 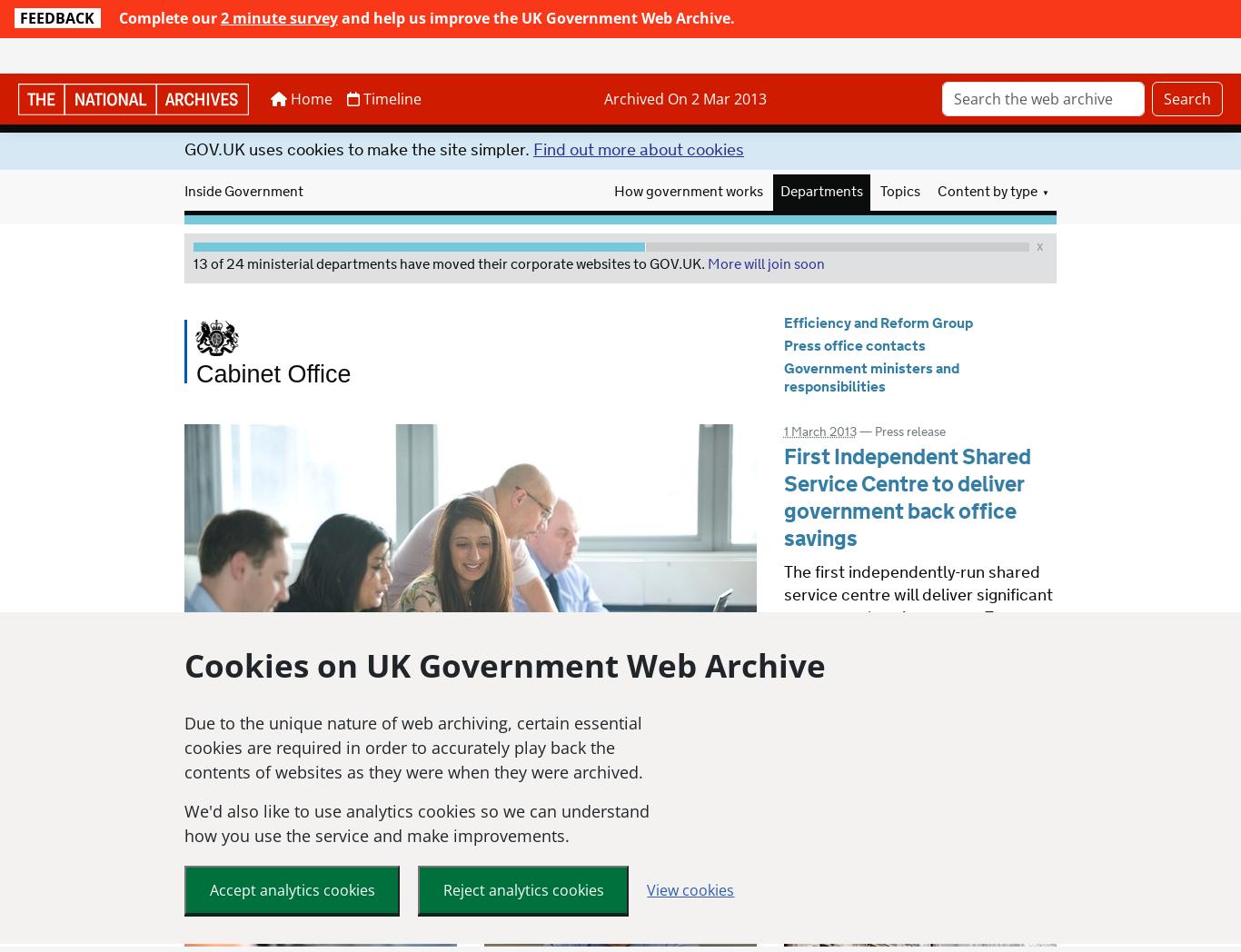 What do you see at coordinates (521, 854) in the screenshot?
I see `'Reject analytics cookies'` at bounding box center [521, 854].